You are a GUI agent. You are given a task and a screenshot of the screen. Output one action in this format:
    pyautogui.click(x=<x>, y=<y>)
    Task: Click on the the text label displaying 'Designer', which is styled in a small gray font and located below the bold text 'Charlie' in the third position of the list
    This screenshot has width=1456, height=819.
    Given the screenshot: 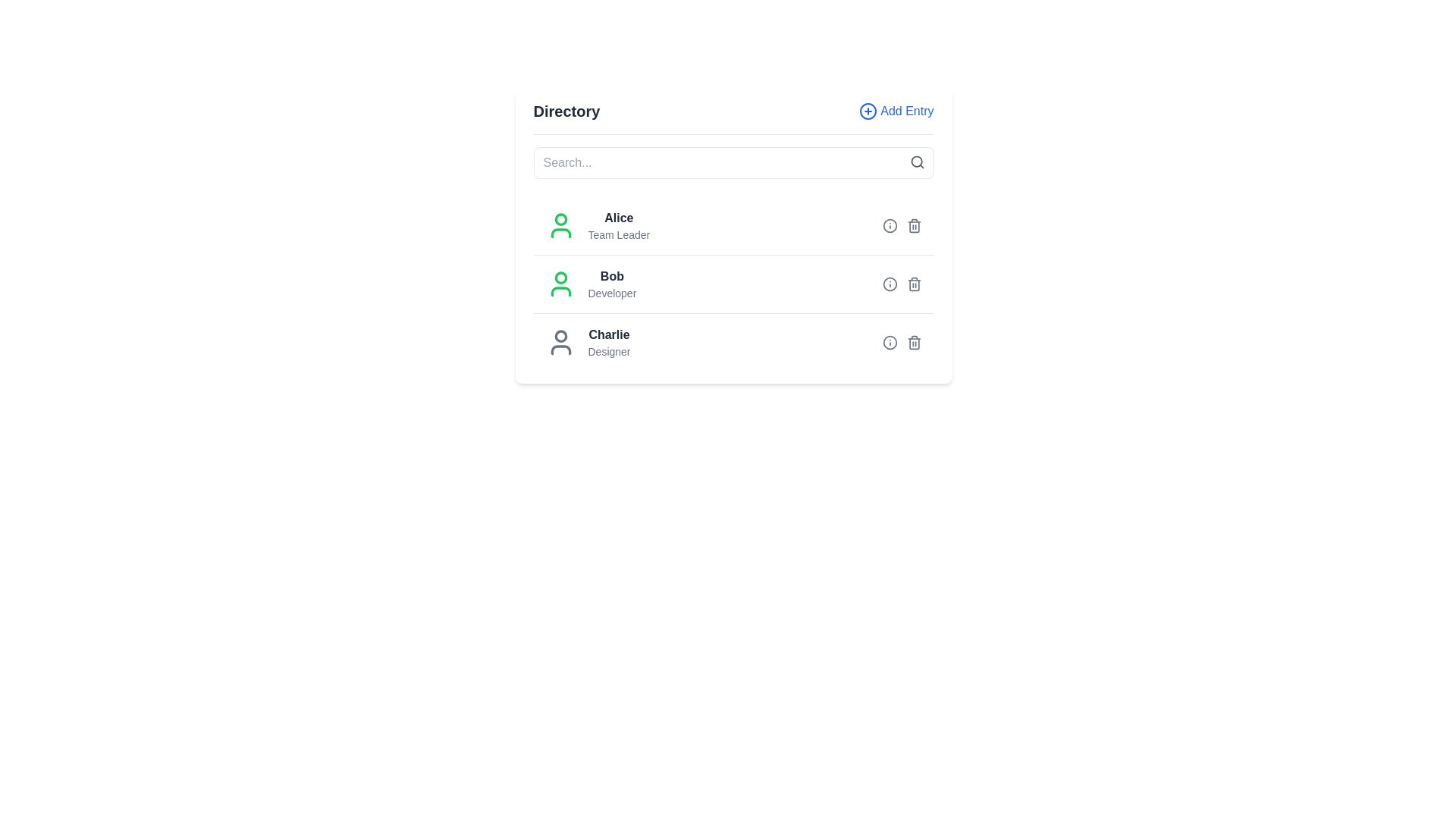 What is the action you would take?
    pyautogui.click(x=609, y=351)
    